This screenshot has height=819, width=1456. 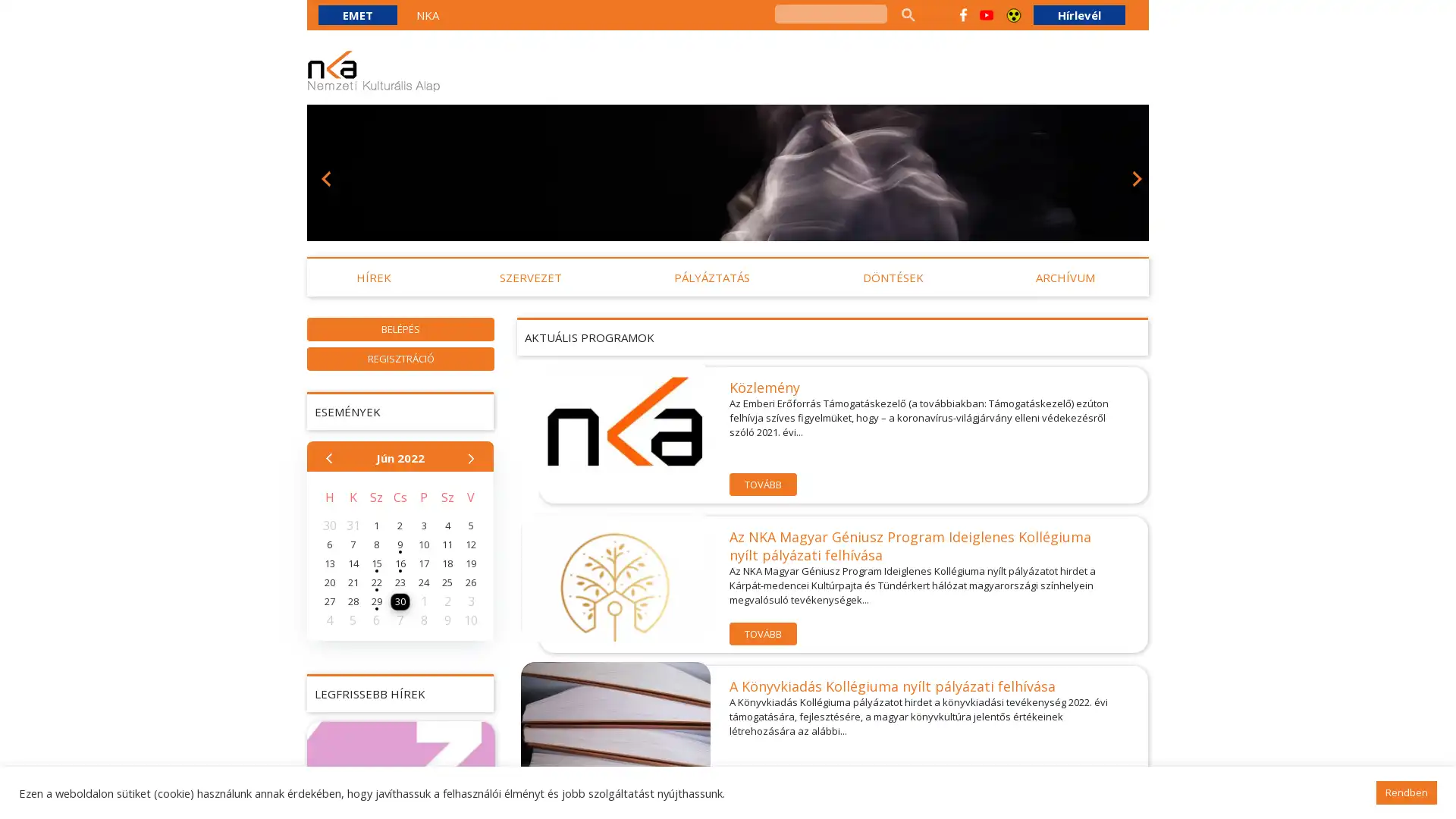 What do you see at coordinates (1405, 792) in the screenshot?
I see `Rendben` at bounding box center [1405, 792].